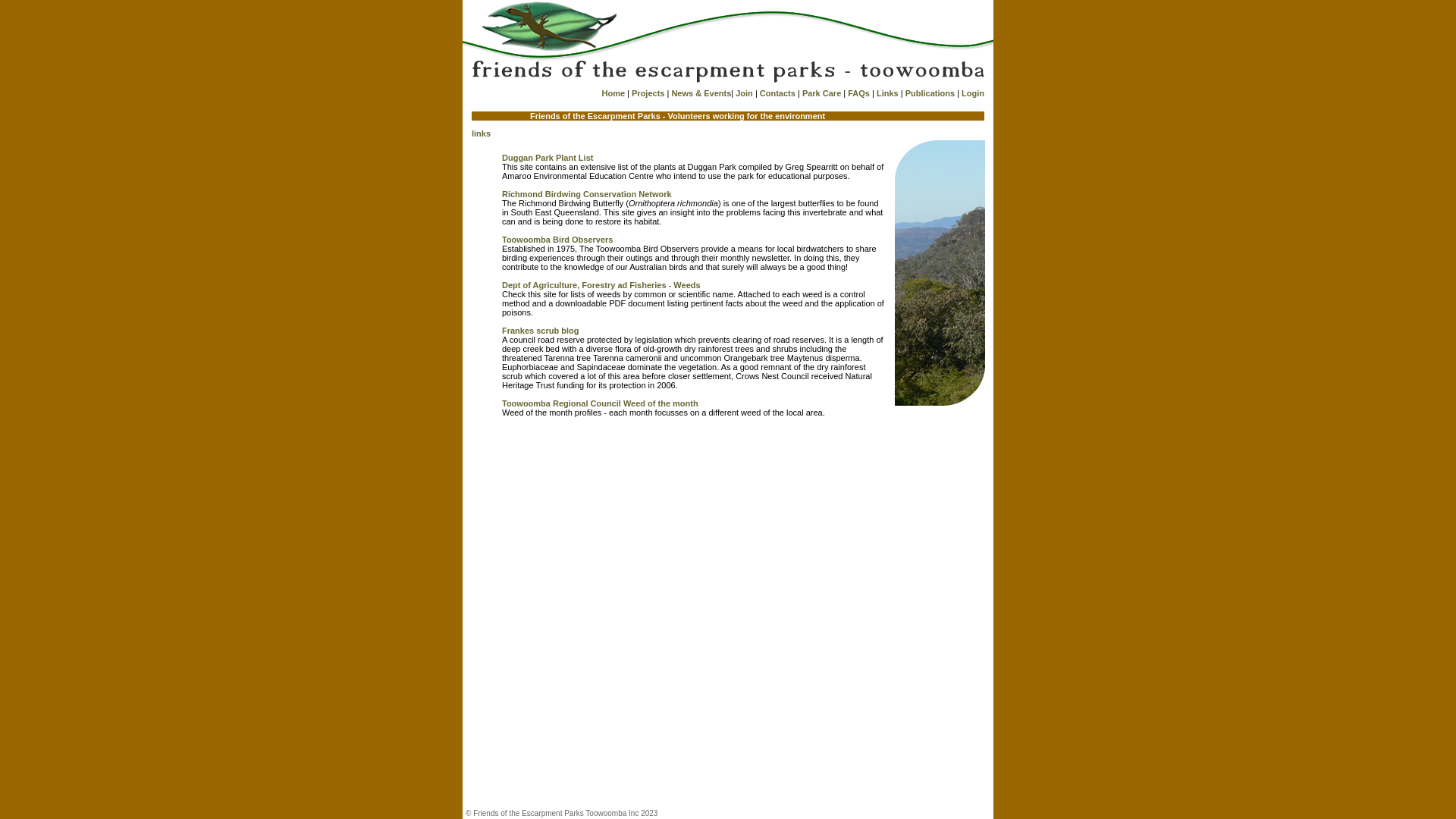 Image resolution: width=1456 pixels, height=819 pixels. Describe the element at coordinates (648, 93) in the screenshot. I see `'Projects'` at that location.